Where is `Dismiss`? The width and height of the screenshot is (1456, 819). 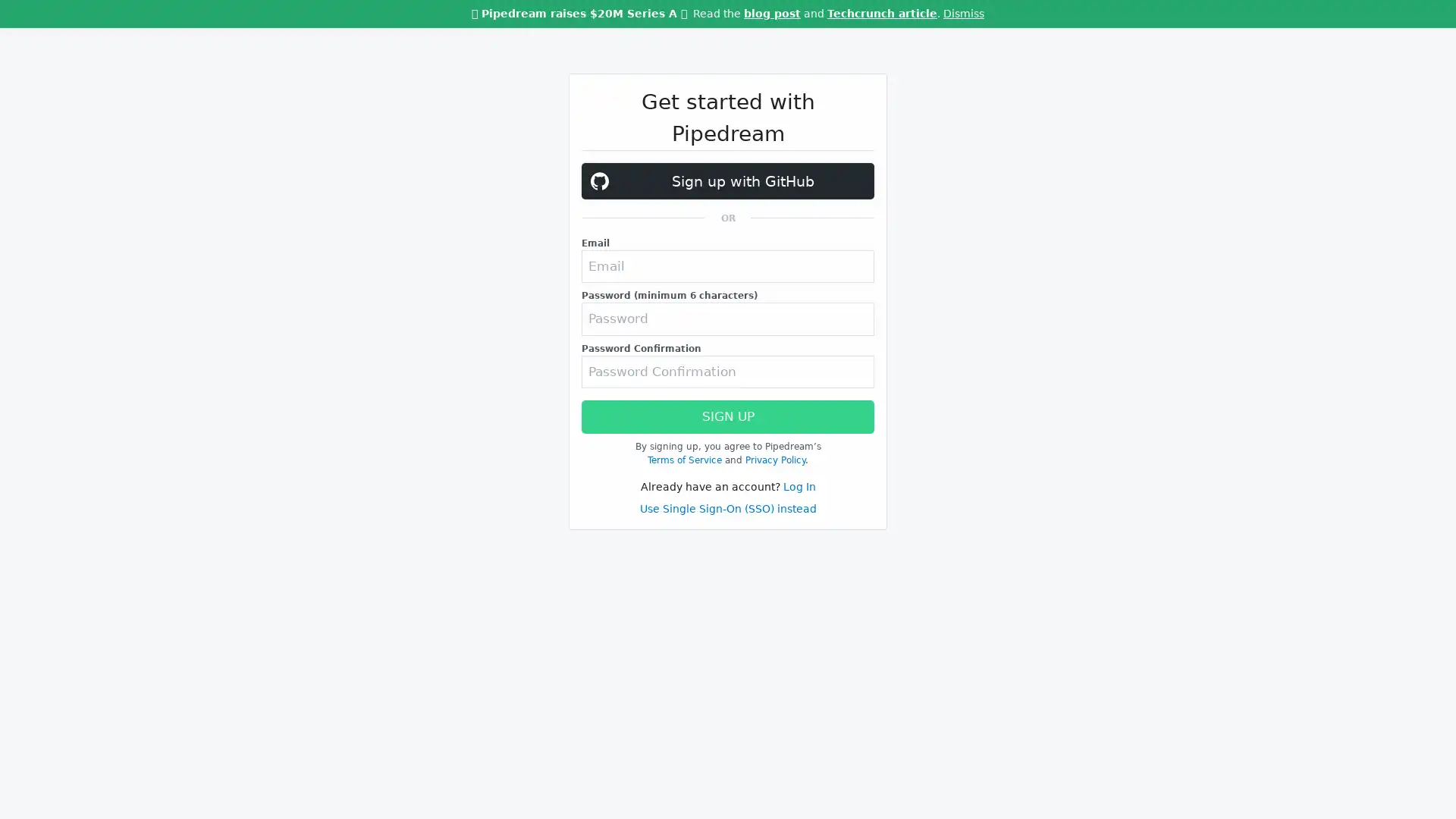
Dismiss is located at coordinates (963, 14).